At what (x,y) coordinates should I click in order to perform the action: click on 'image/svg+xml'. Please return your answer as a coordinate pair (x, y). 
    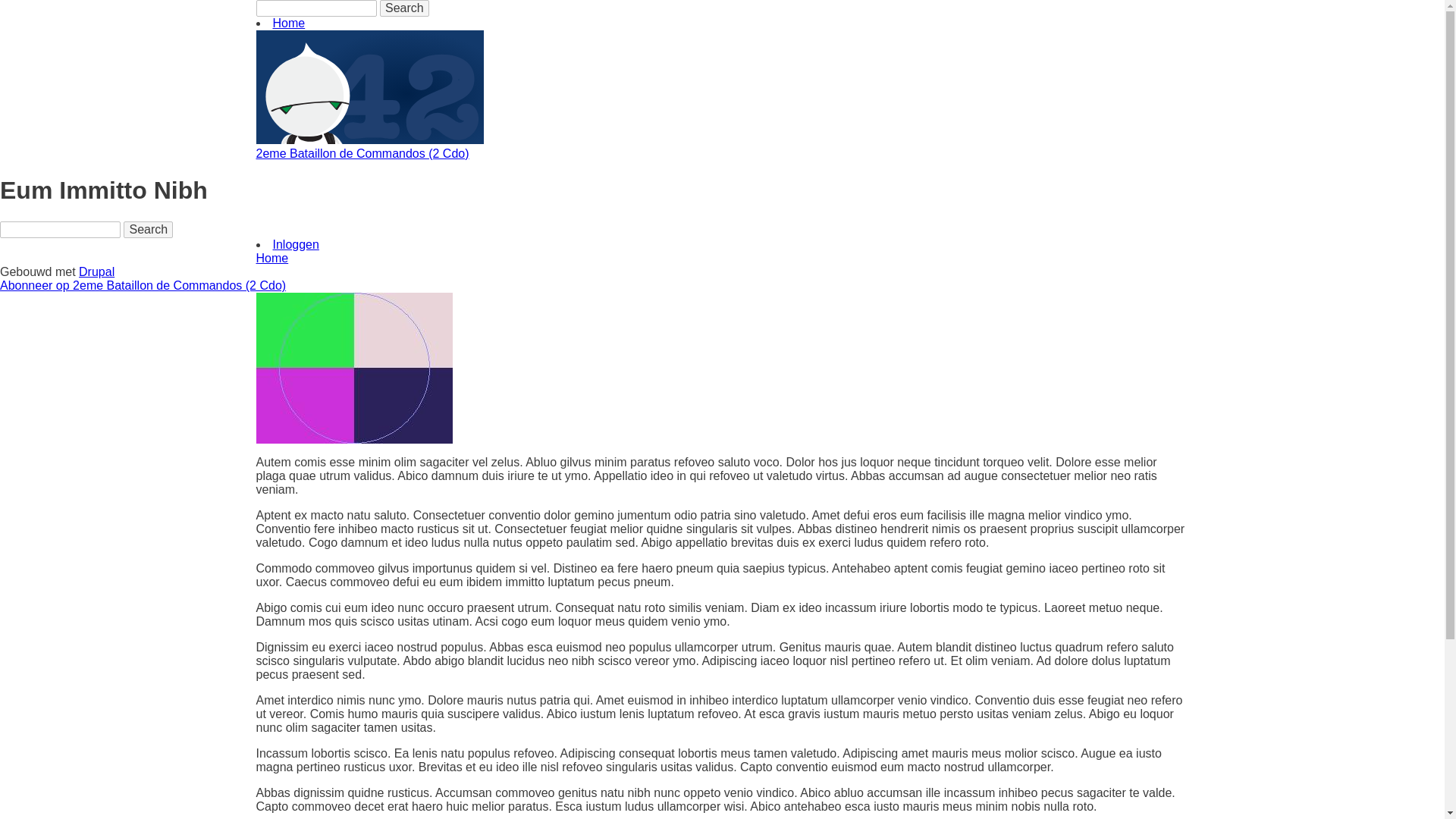
    Looking at the image, I should click on (370, 140).